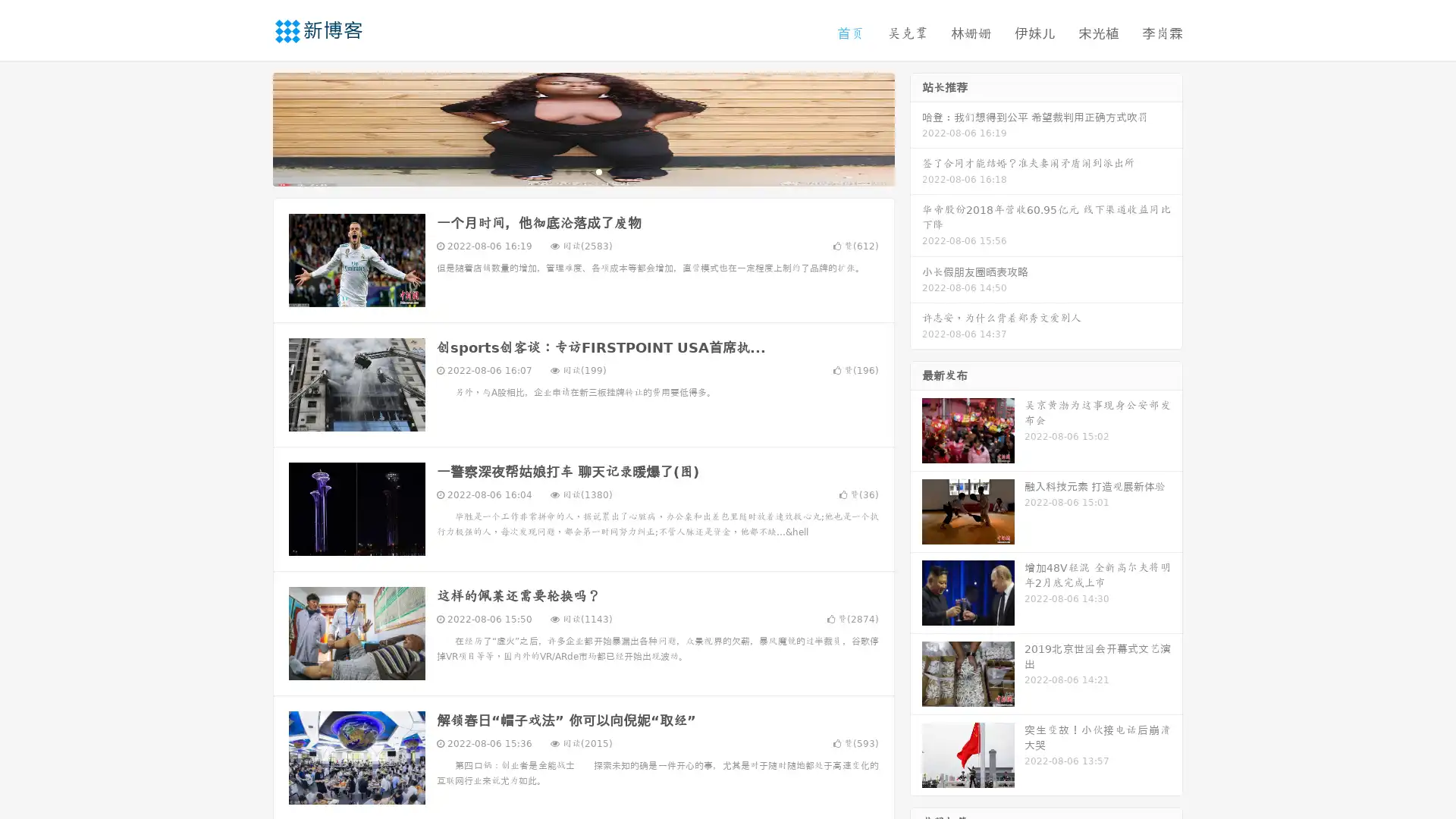  What do you see at coordinates (582, 171) in the screenshot?
I see `Go to slide 2` at bounding box center [582, 171].